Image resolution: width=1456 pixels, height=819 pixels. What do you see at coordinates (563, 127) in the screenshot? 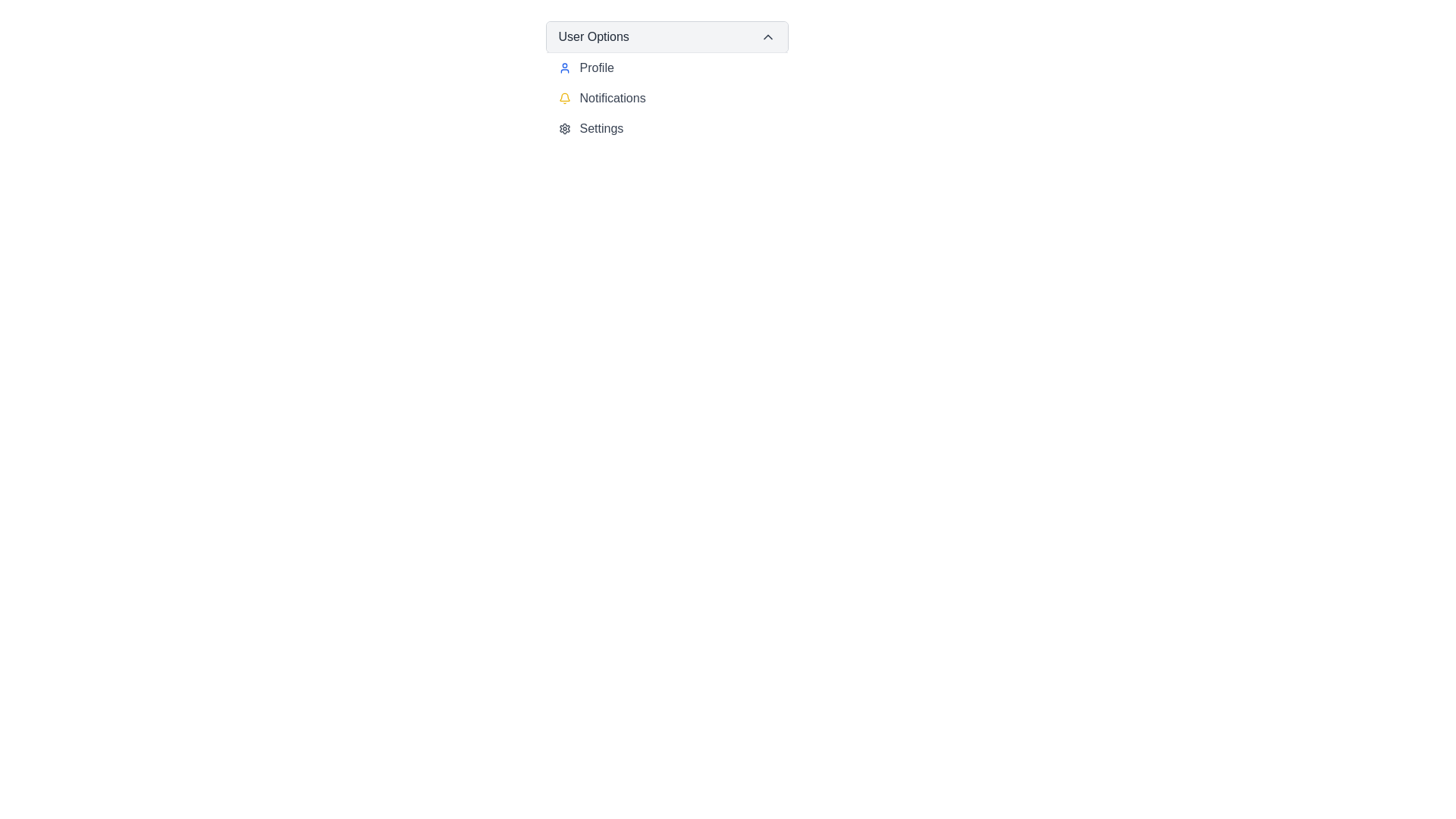
I see `the cogwheel icon at the right end of the 'Settings' label in the 'User Options' dropdown menu` at bounding box center [563, 127].